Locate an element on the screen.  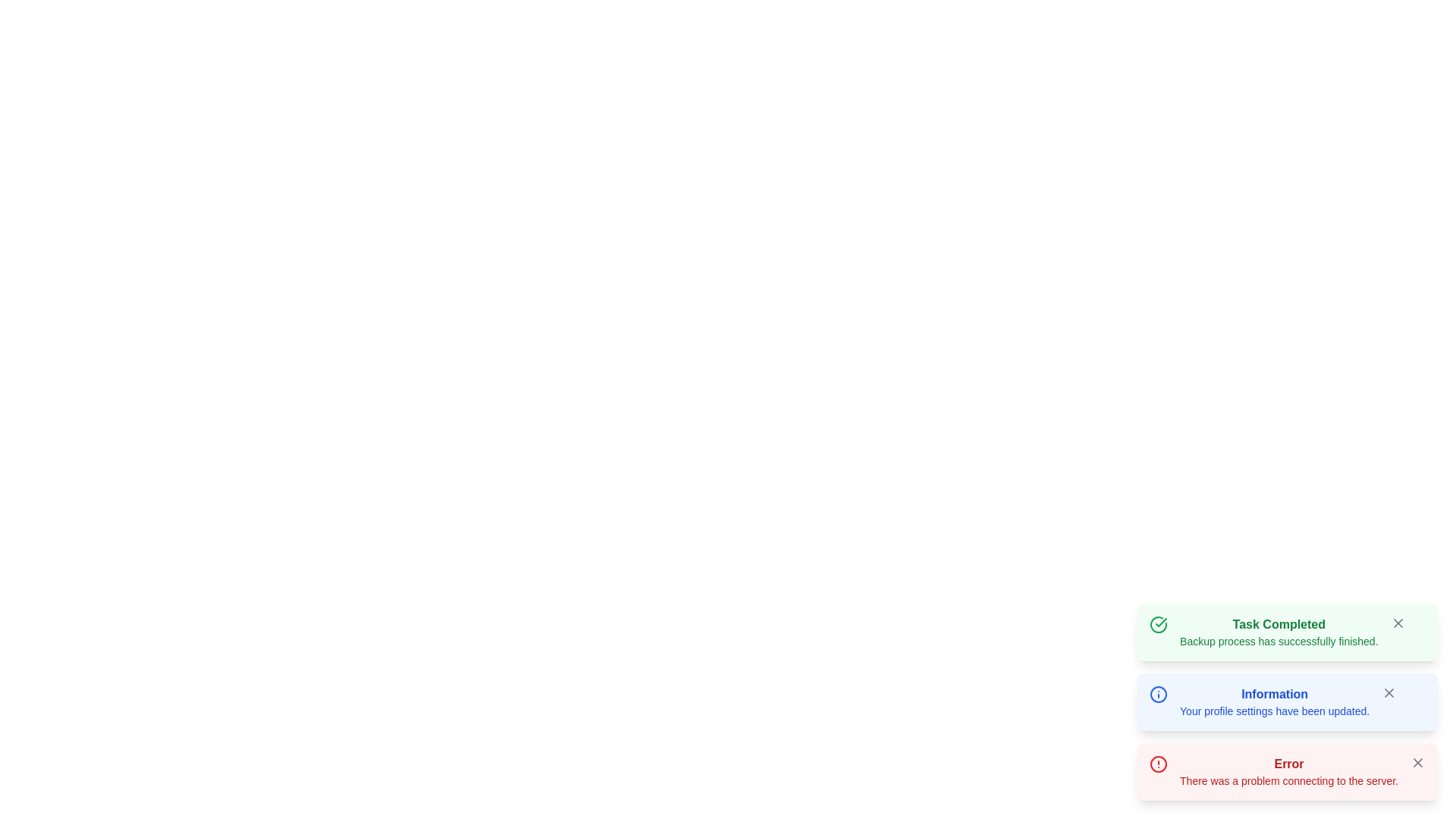
the error notification text display component located at the bottom of the notification card stack on the right side of the interface, which is the third card in order is located at coordinates (1288, 772).